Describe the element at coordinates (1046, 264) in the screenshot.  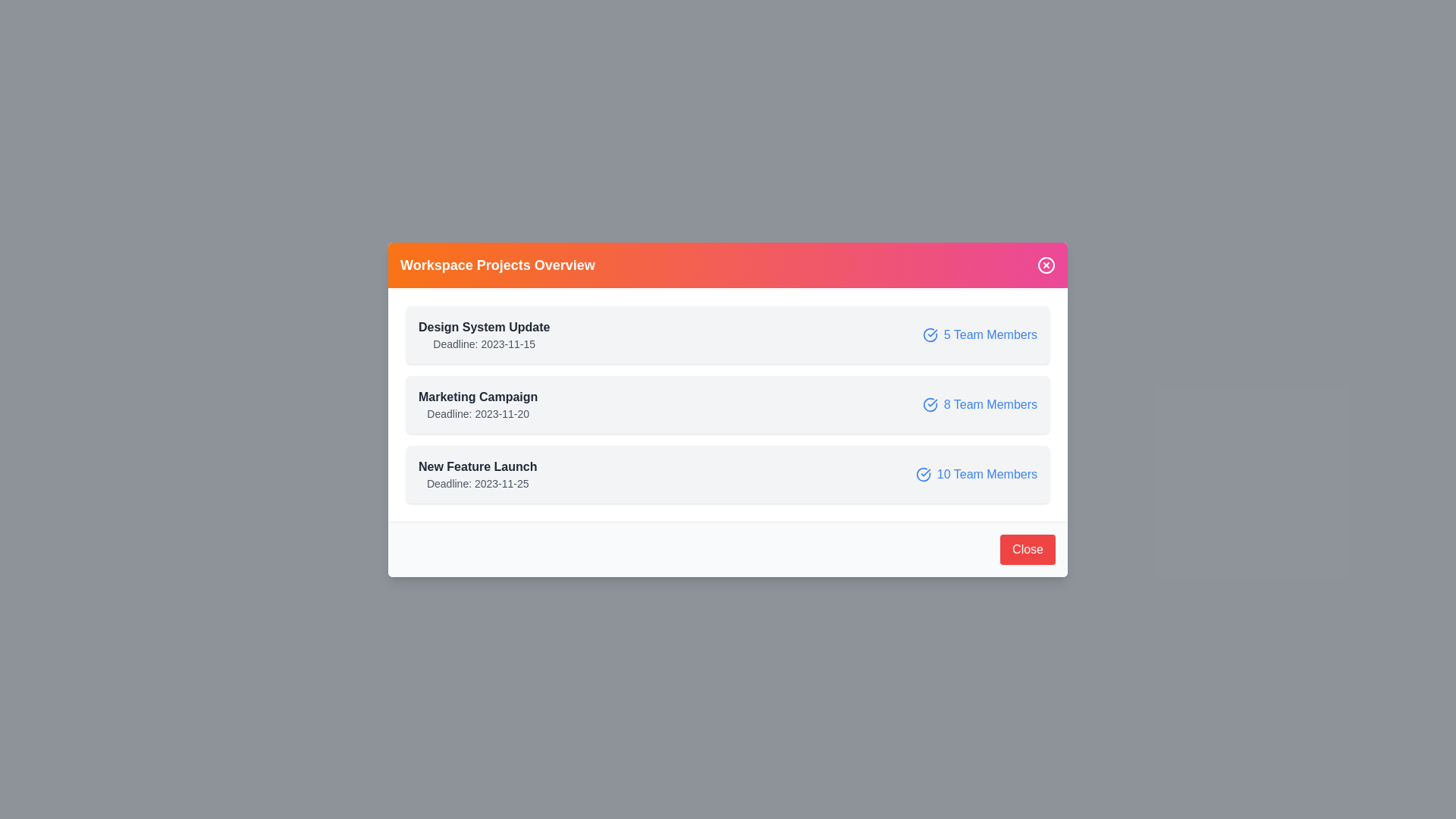
I see `the close button in the header to close the dialog` at that location.